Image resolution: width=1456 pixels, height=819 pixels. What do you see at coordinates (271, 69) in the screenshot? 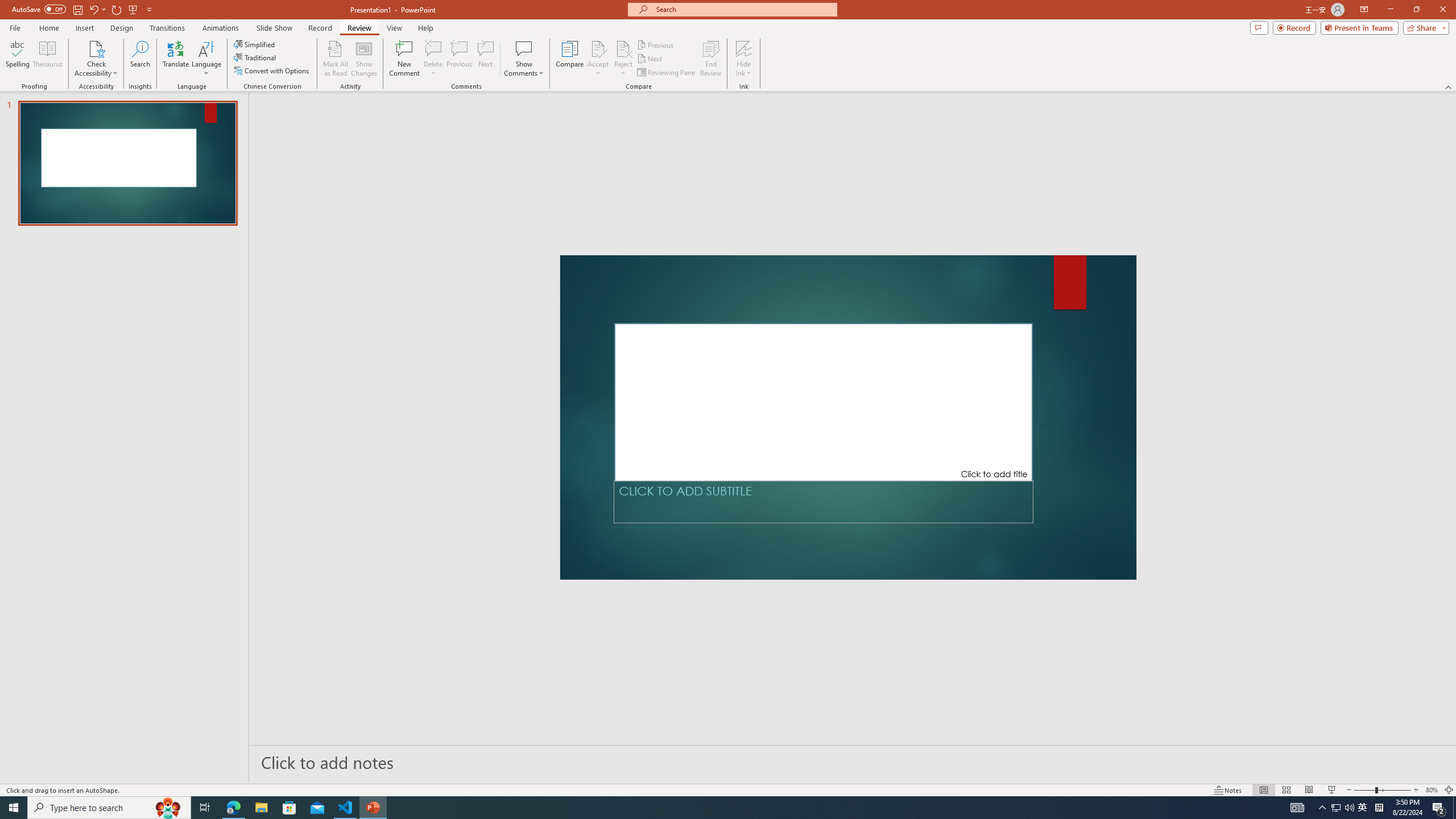
I see `'Convert with Options...'` at bounding box center [271, 69].